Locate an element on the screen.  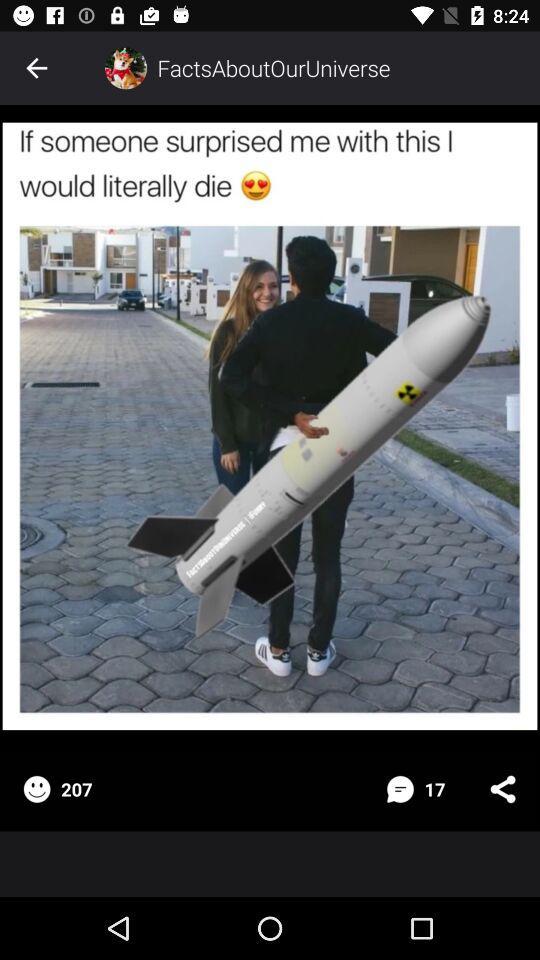
icon next to the factsaboutouruniverse icon is located at coordinates (125, 68).